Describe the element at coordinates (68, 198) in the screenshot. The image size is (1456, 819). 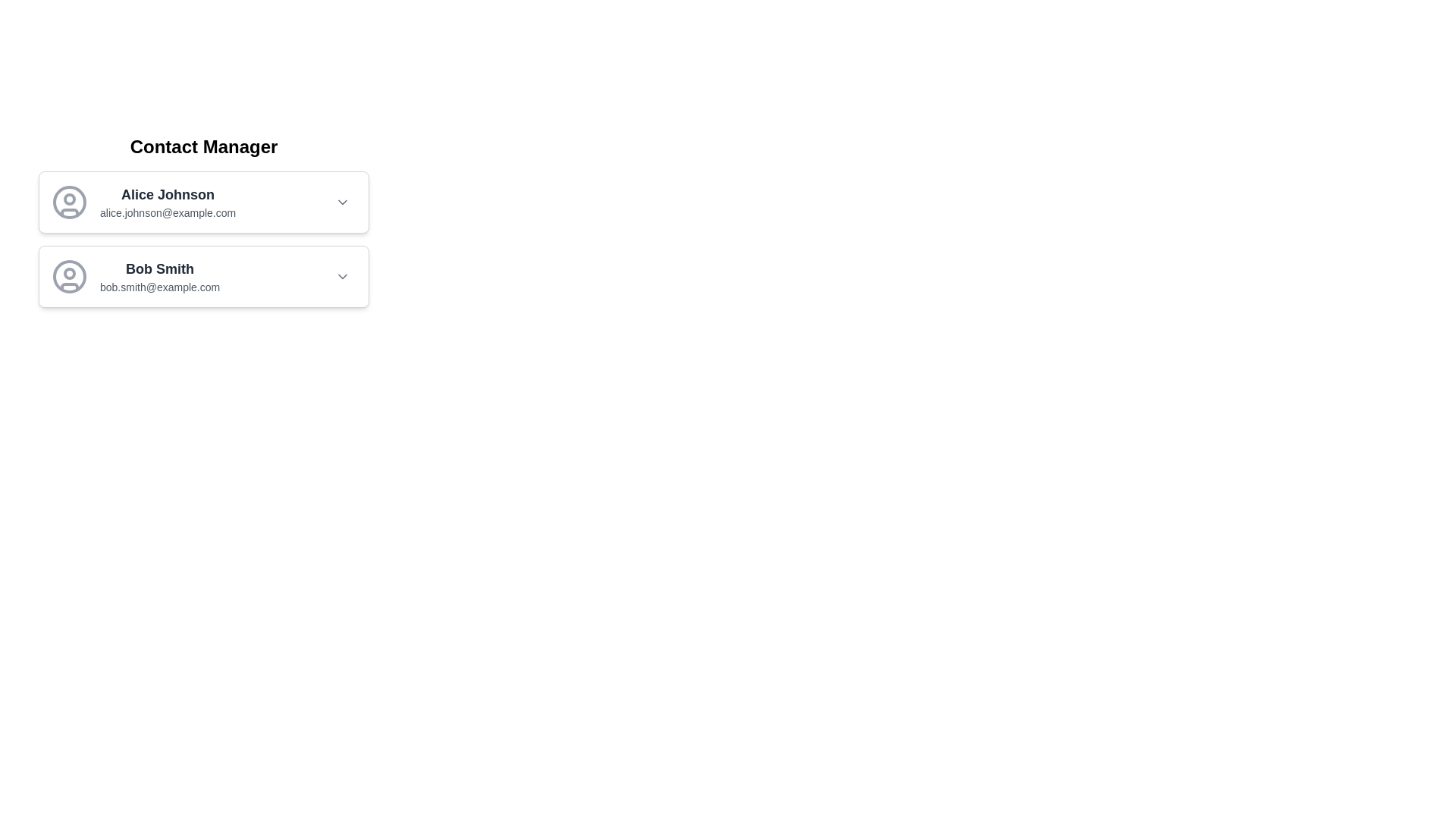
I see `the Circle element that represents a decorative part of the user profile icon, located within the first contact card under the text 'Alice Johnson'` at that location.